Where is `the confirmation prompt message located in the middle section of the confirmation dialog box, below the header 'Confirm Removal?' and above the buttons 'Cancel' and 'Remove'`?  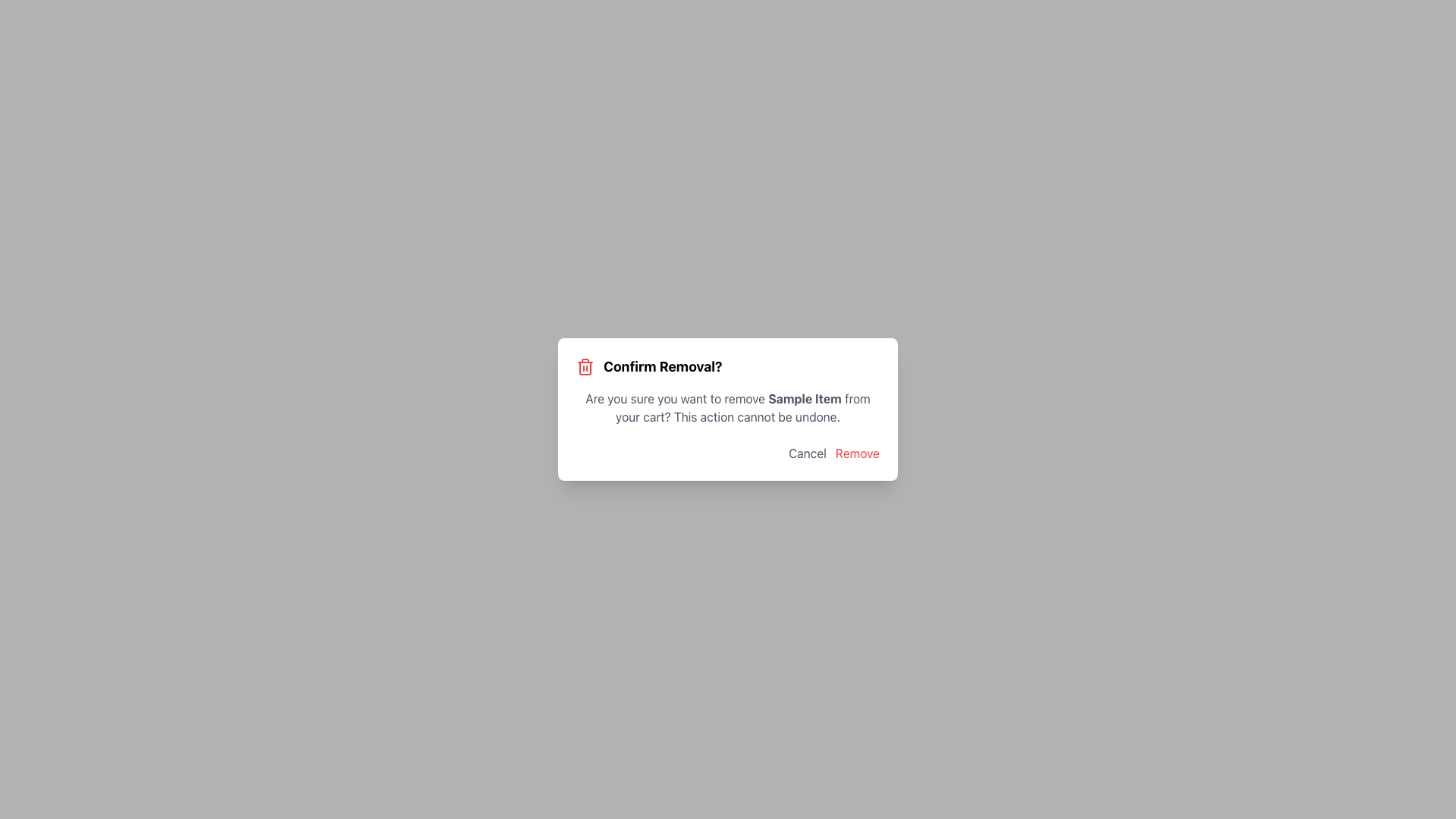
the confirmation prompt message located in the middle section of the confirmation dialog box, below the header 'Confirm Removal?' and above the buttons 'Cancel' and 'Remove' is located at coordinates (728, 406).